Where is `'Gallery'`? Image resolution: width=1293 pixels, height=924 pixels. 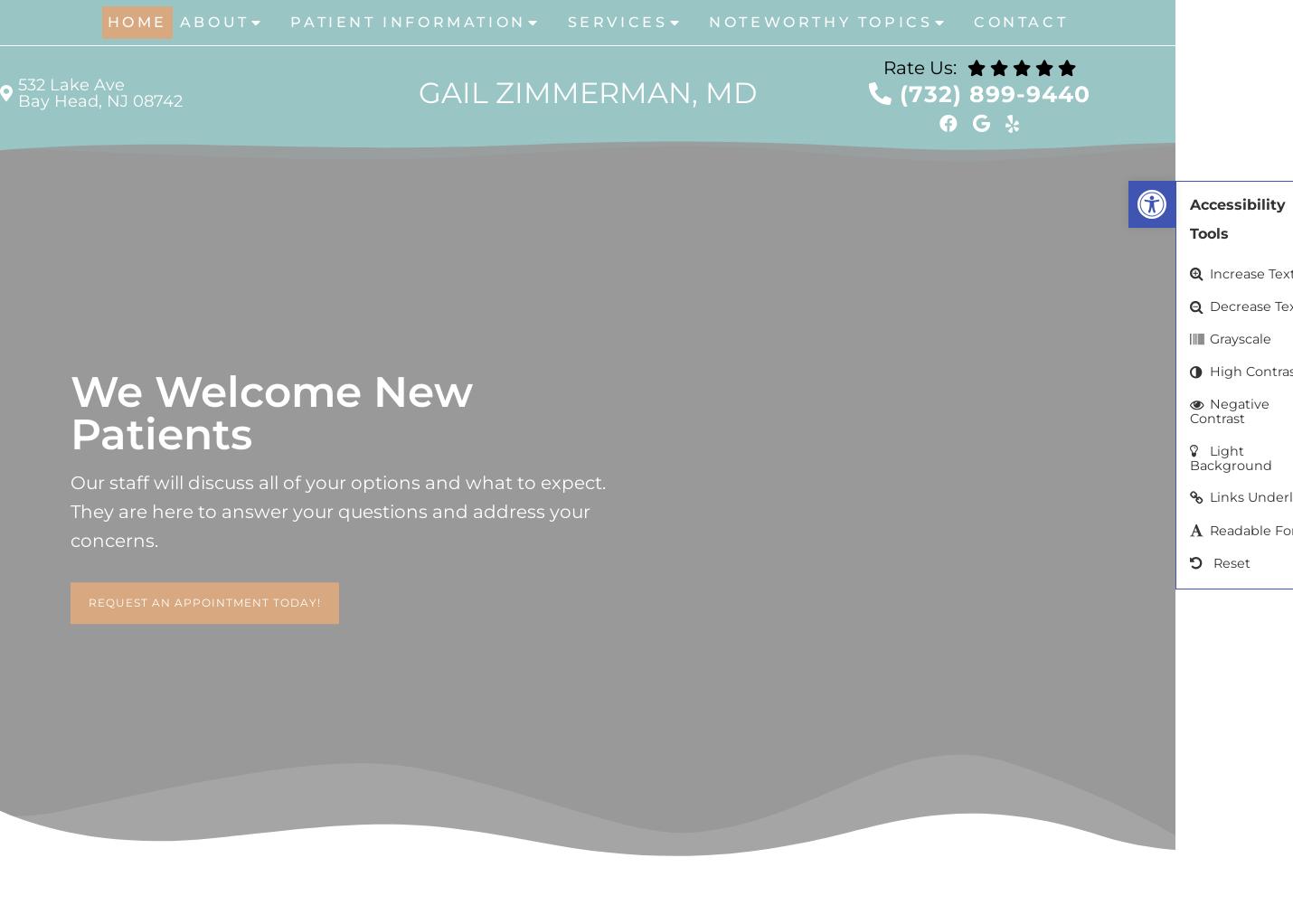
'Gallery' is located at coordinates (225, 156).